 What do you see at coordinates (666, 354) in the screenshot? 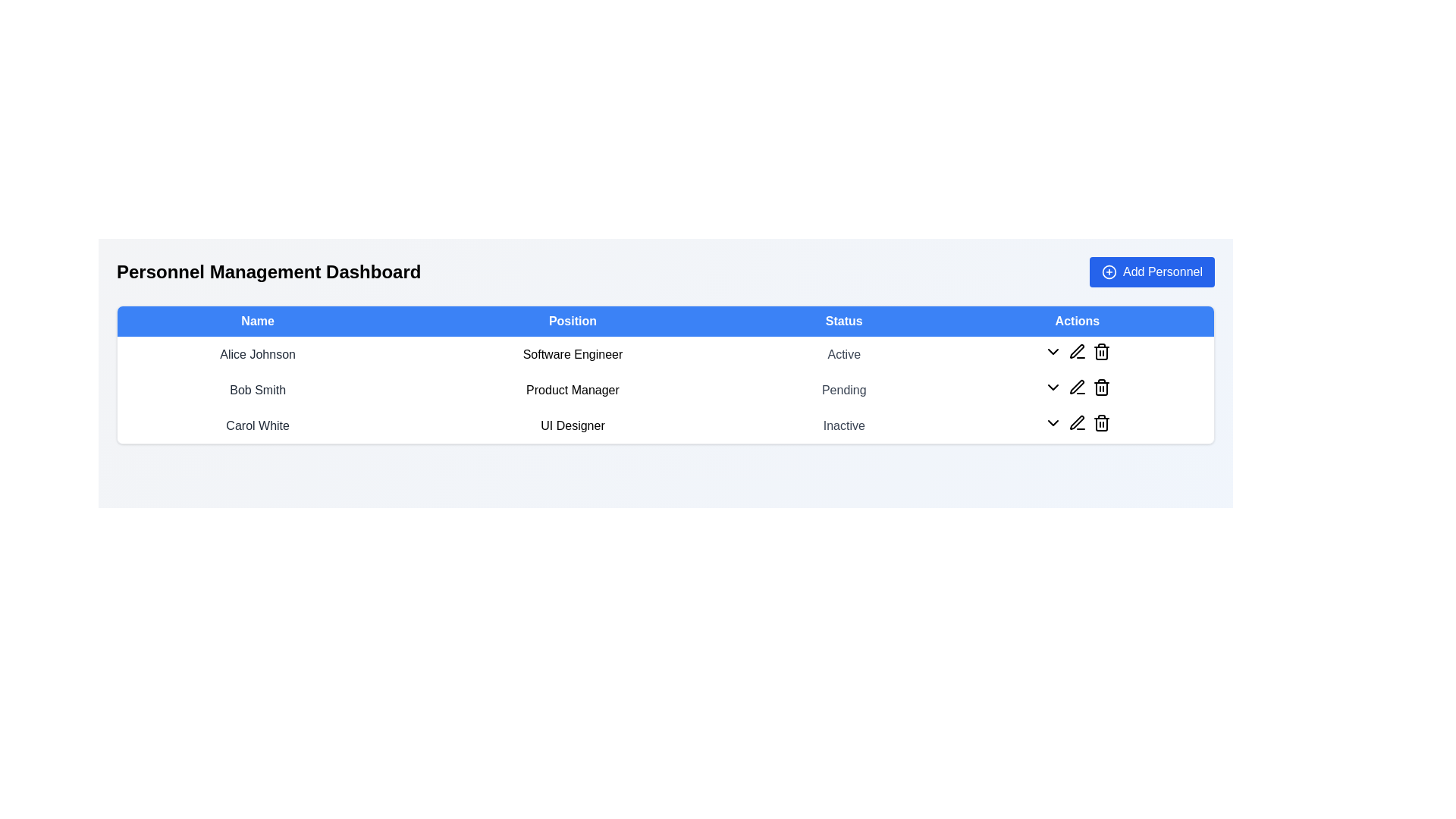
I see `the Text row entry within the personnel table` at bounding box center [666, 354].